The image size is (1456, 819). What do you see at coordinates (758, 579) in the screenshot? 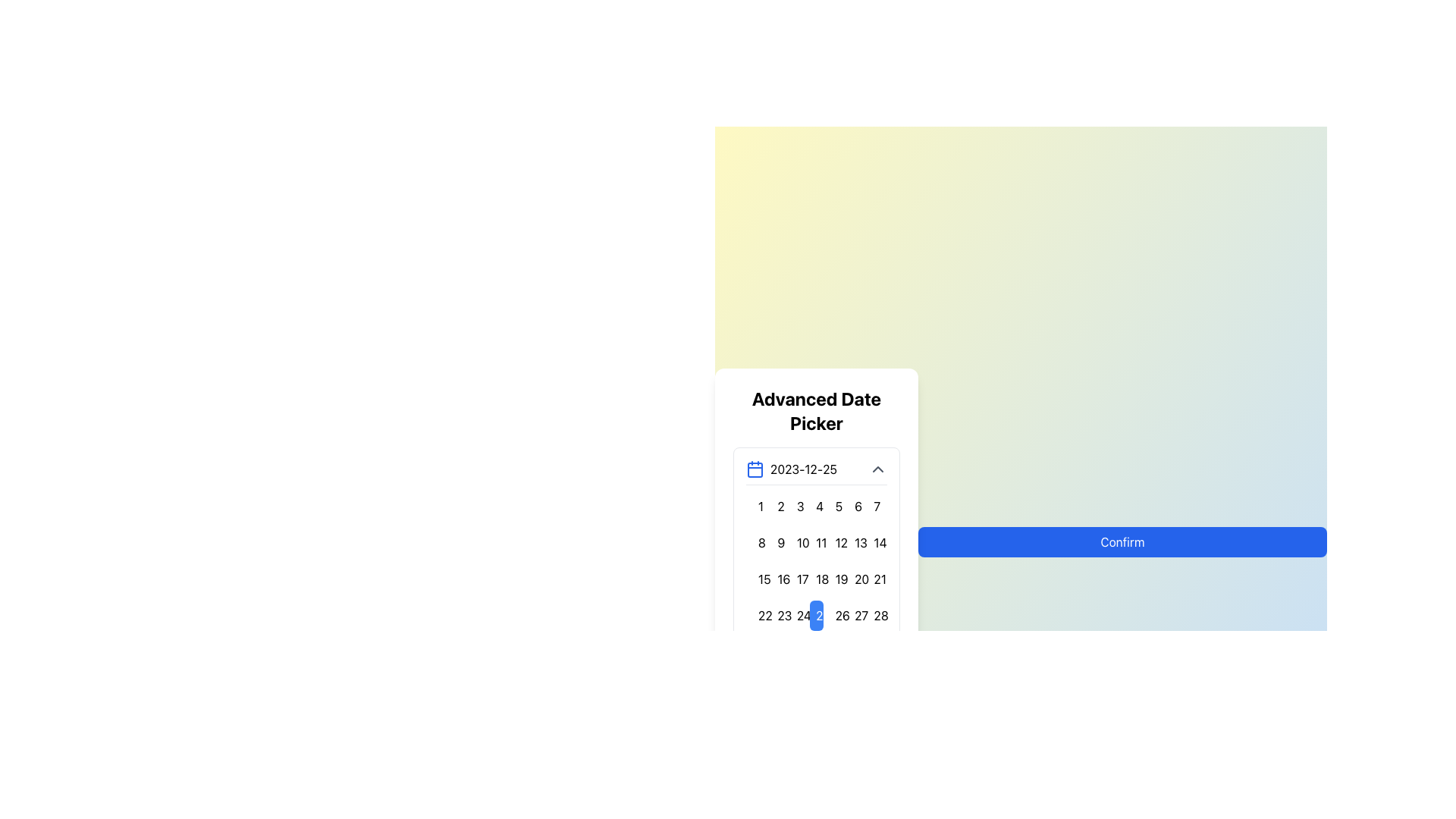
I see `the button that allows the user to select the 15th day in the calendar interface to trigger visual feedback` at bounding box center [758, 579].